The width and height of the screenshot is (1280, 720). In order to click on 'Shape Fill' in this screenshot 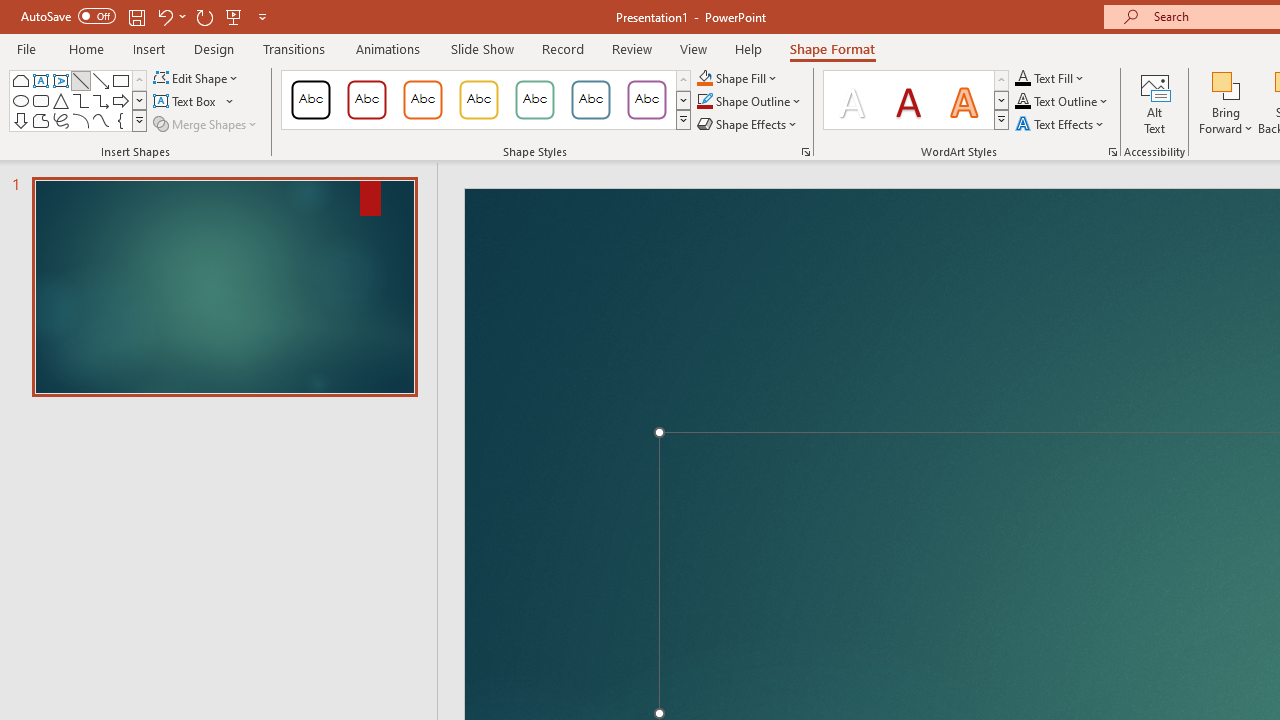, I will do `click(736, 77)`.